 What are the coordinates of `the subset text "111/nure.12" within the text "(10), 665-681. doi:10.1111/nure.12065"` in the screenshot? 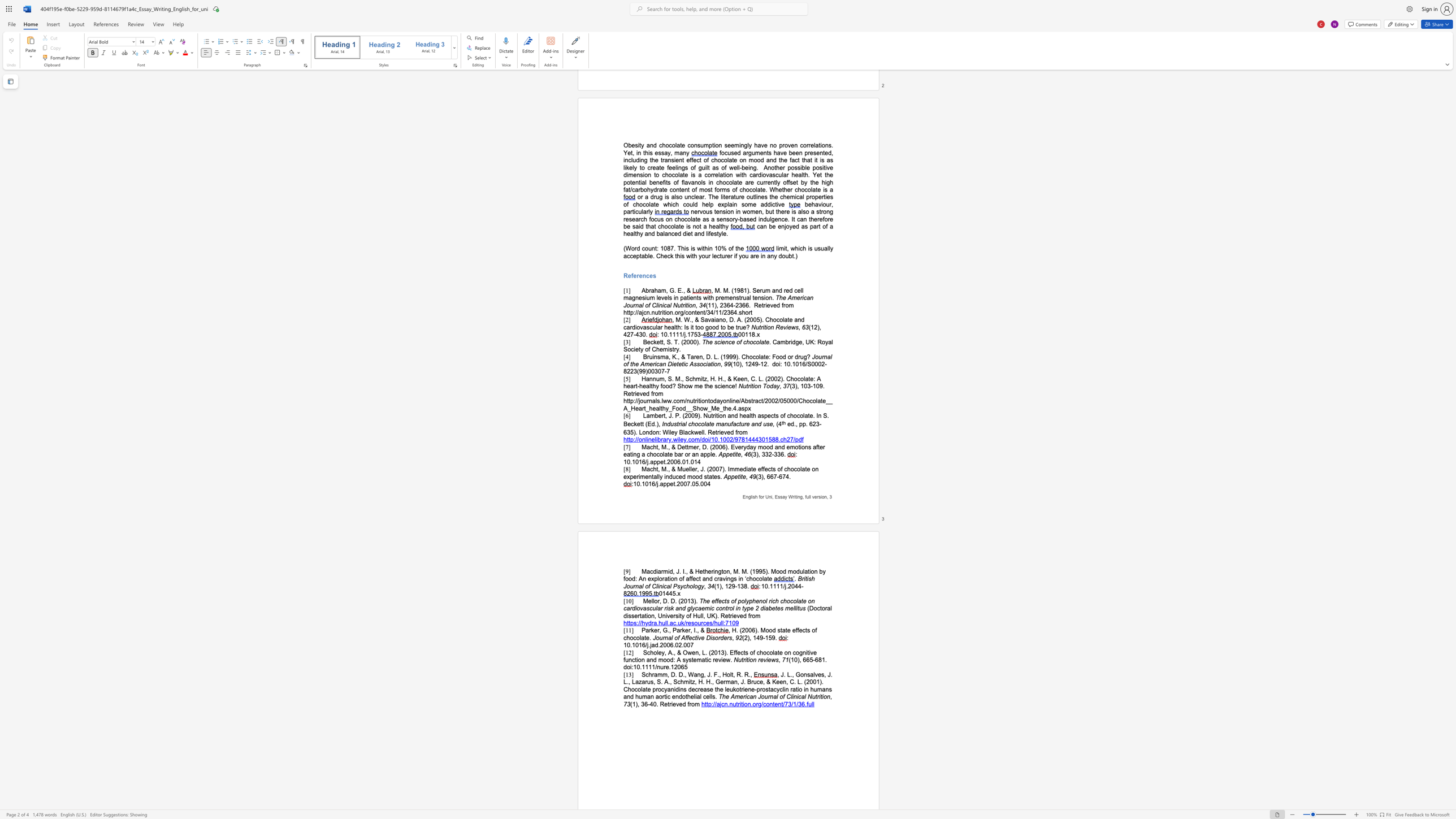 It's located at (644, 666).